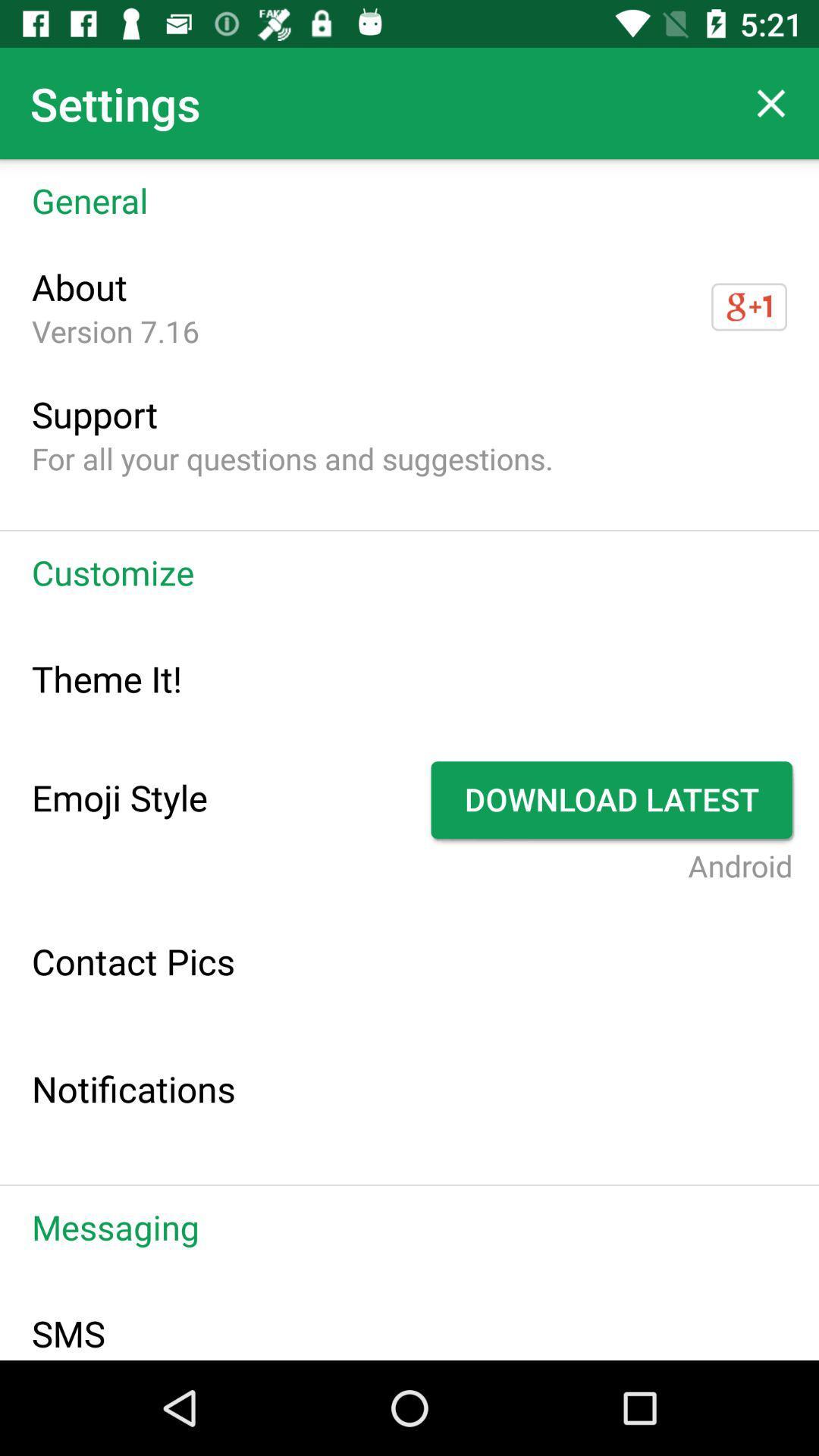 This screenshot has height=1456, width=819. I want to click on the app to the right of emoji style item, so click(613, 799).